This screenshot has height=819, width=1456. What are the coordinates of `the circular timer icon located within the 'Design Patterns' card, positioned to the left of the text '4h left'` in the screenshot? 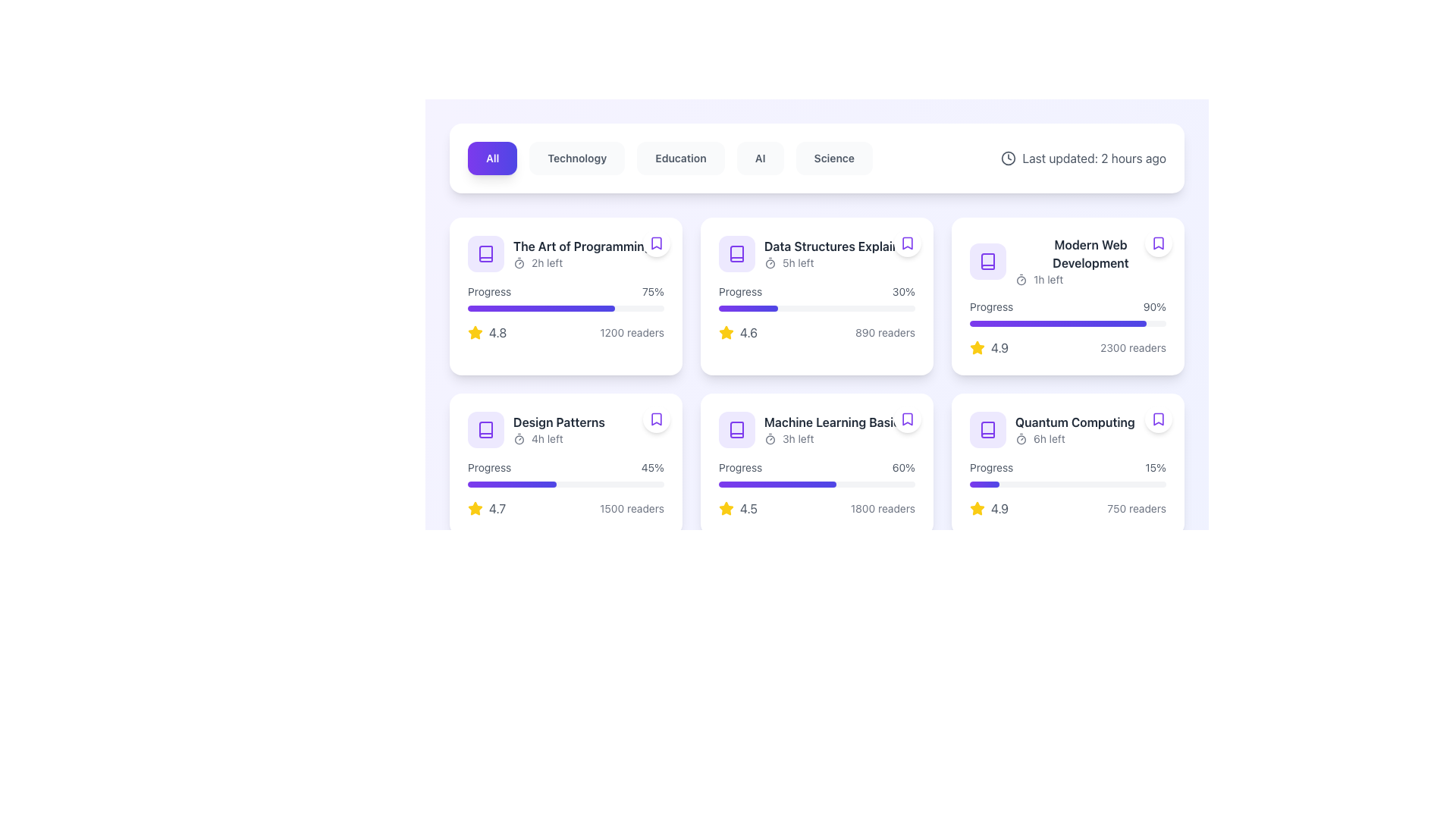 It's located at (519, 438).